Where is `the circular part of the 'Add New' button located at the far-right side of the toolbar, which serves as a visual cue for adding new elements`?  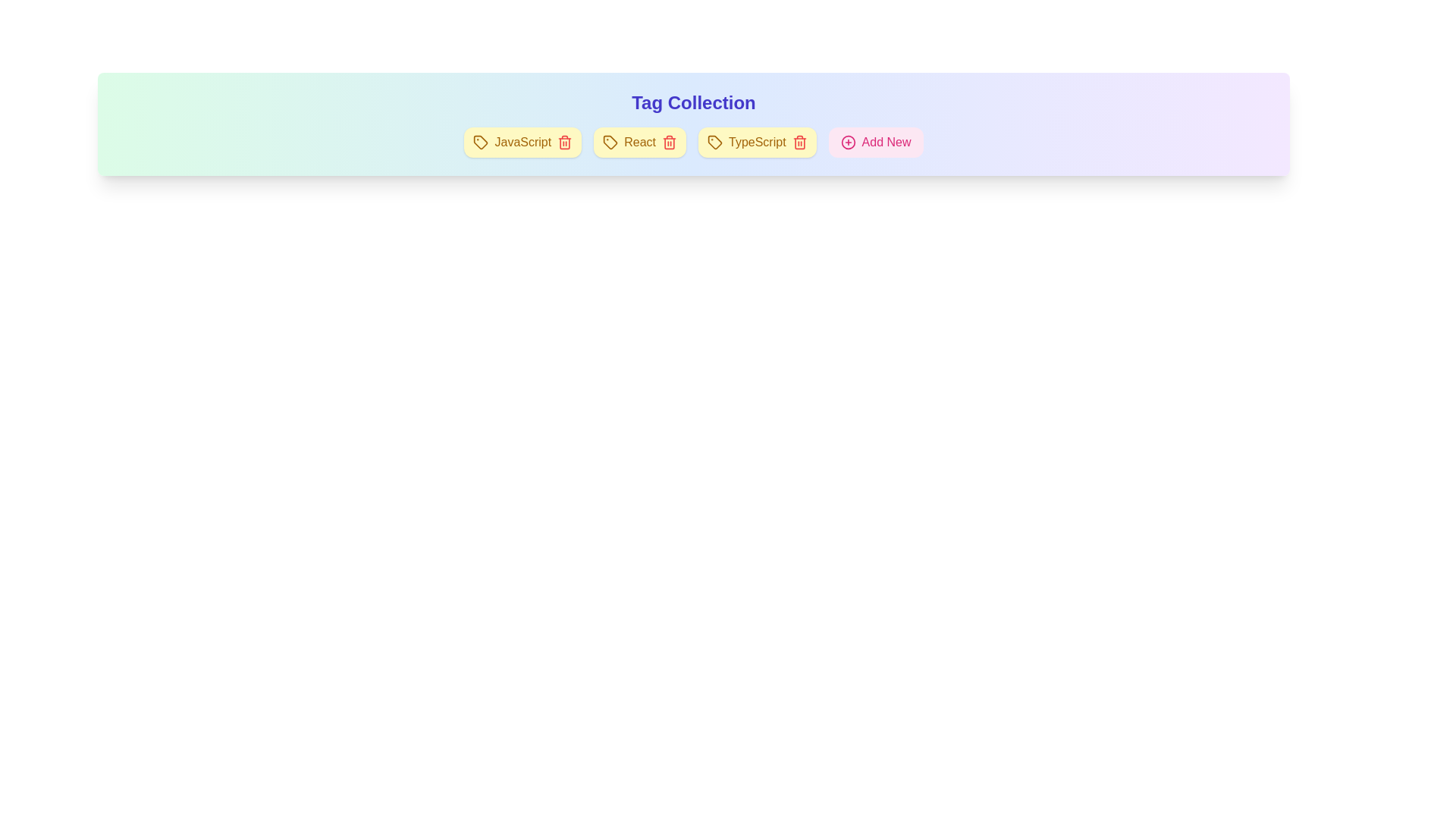 the circular part of the 'Add New' button located at the far-right side of the toolbar, which serves as a visual cue for adding new elements is located at coordinates (847, 143).